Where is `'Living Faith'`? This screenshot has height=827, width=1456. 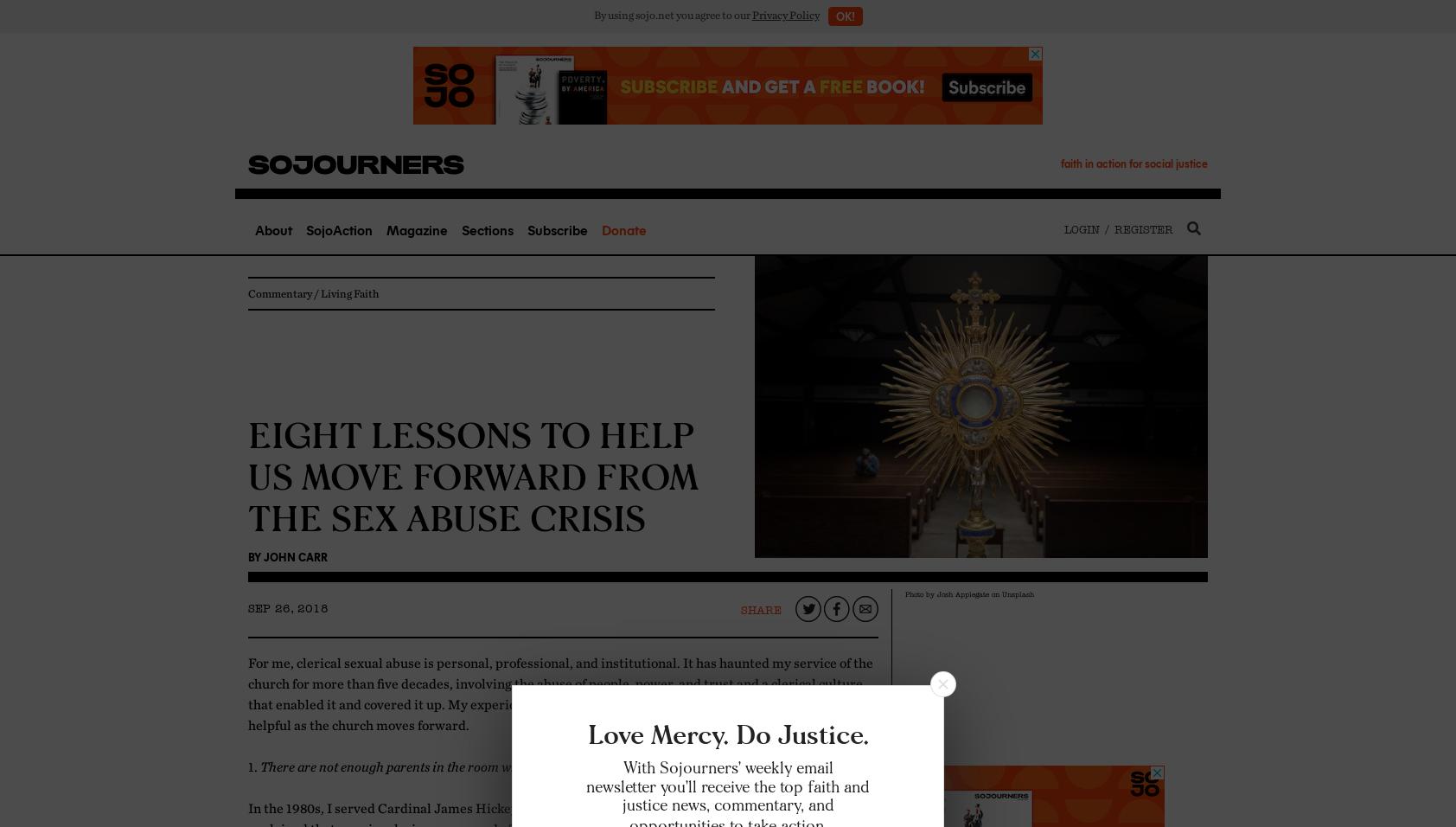 'Living Faith' is located at coordinates (349, 292).